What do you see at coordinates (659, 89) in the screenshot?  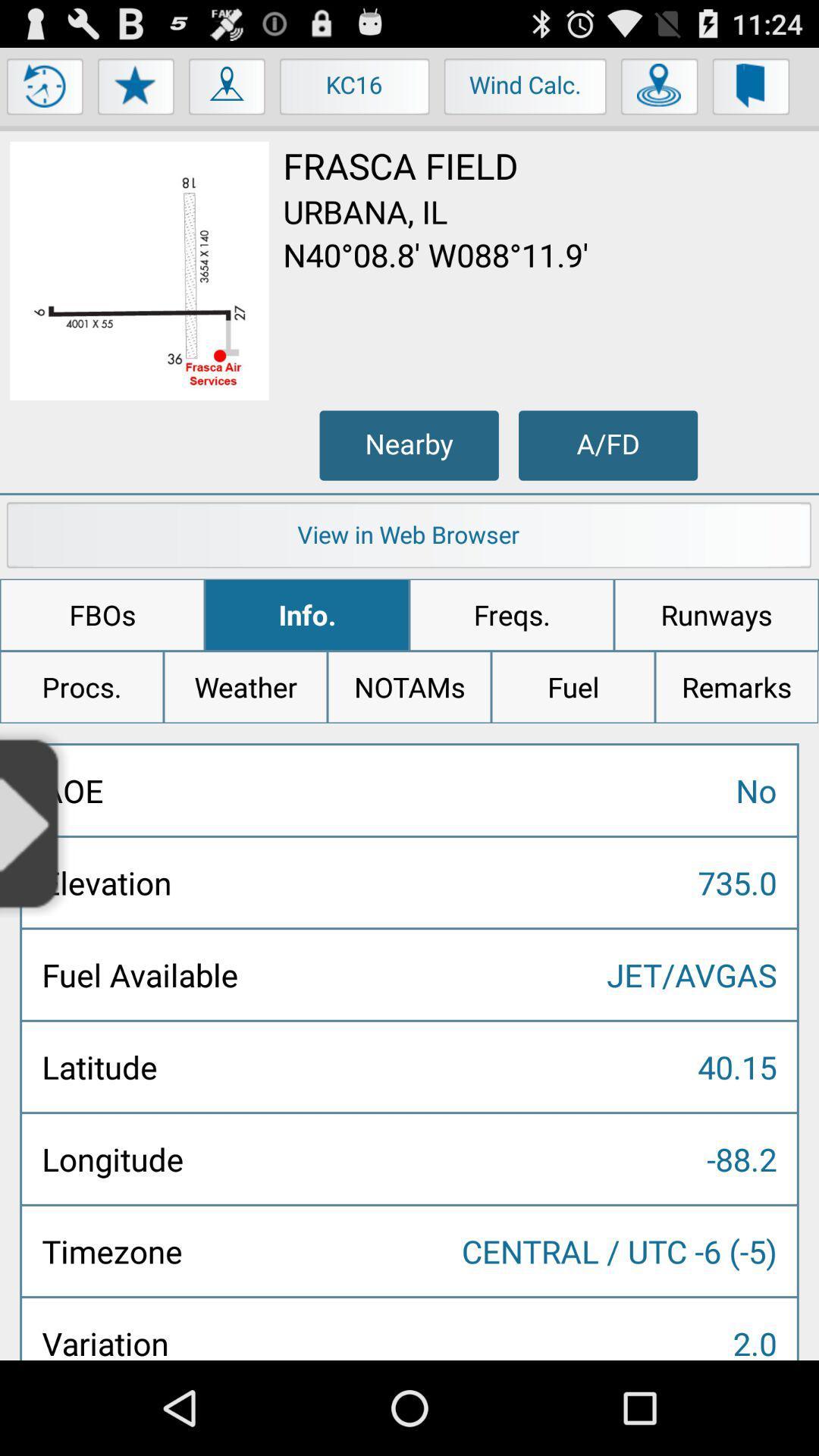 I see `item to the right of the wind calc. item` at bounding box center [659, 89].